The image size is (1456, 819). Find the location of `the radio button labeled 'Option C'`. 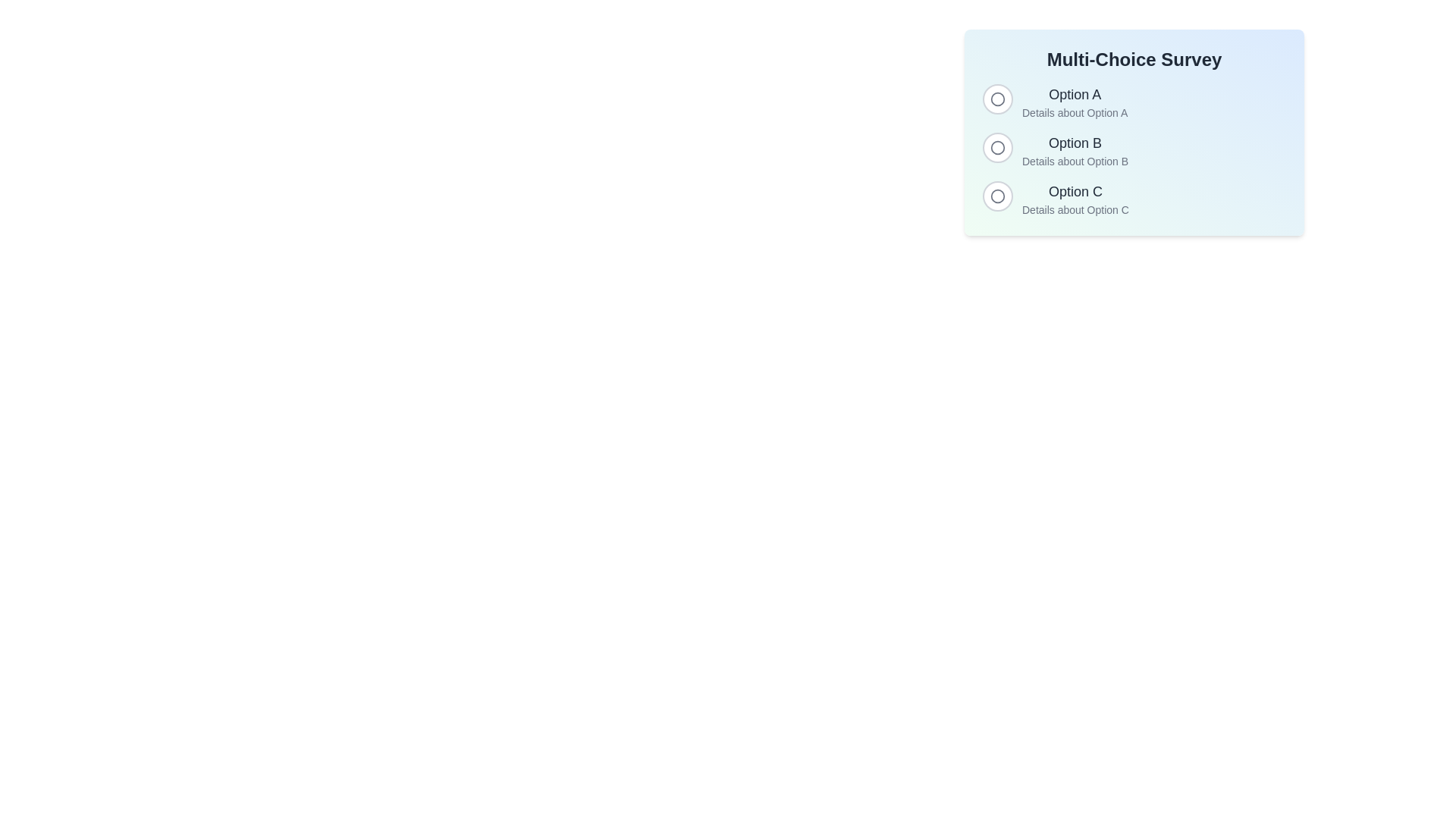

the radio button labeled 'Option C' is located at coordinates (1134, 198).